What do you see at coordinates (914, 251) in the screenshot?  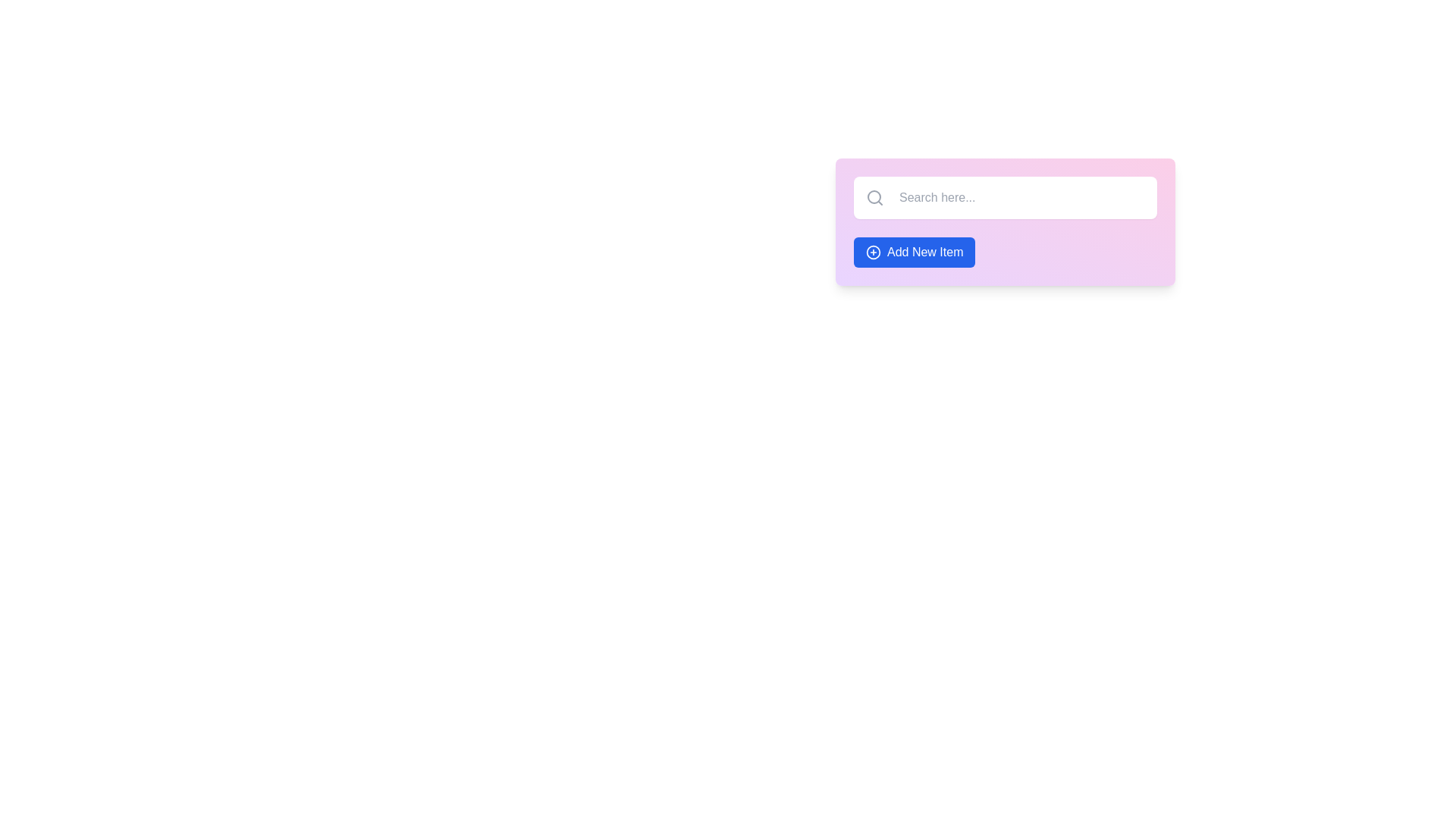 I see `the button that adds a new item by navigating to it` at bounding box center [914, 251].